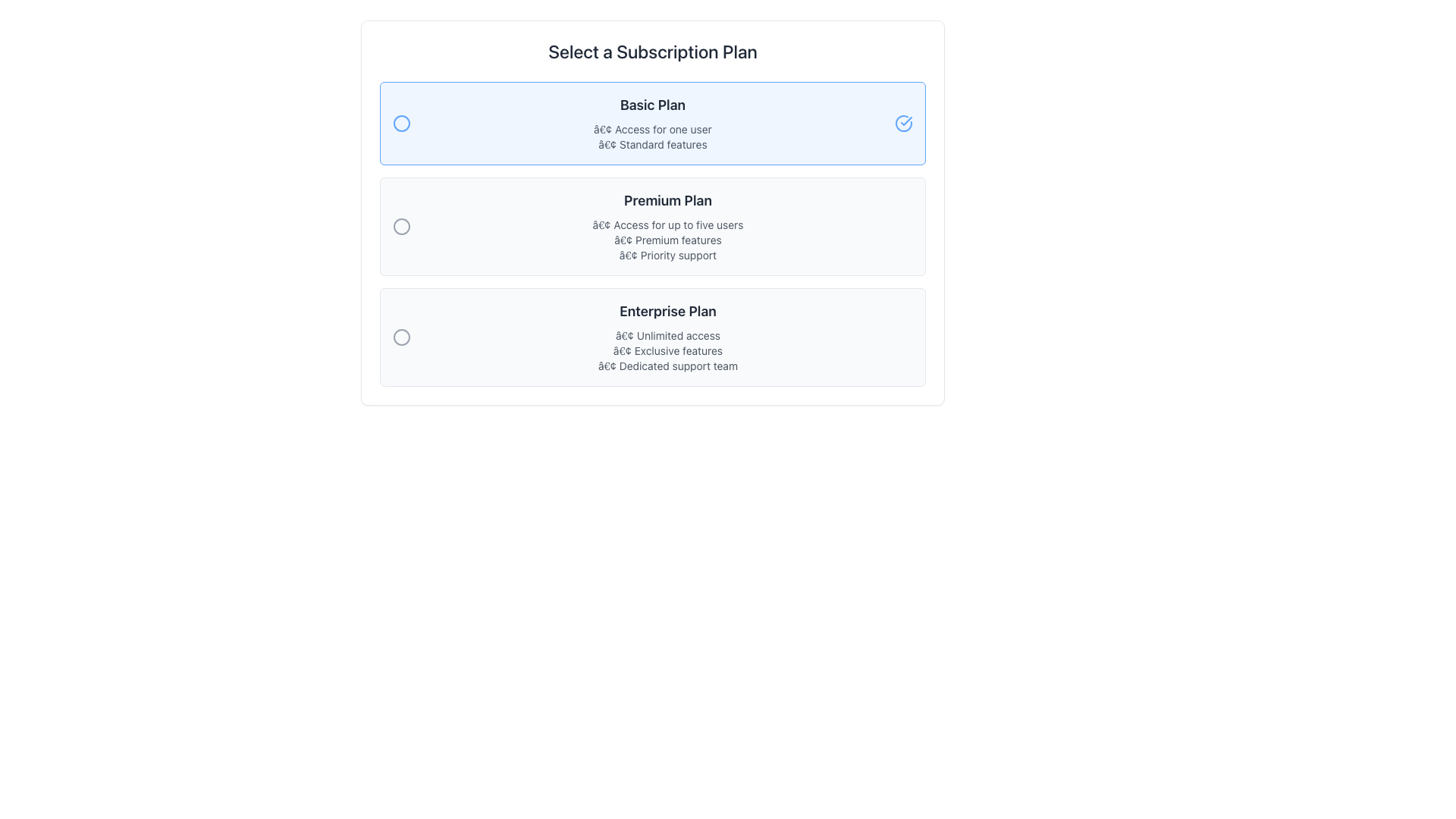 This screenshot has width=1456, height=819. Describe the element at coordinates (667, 350) in the screenshot. I see `the text label displaying '• Exclusive features', which is the second item in the list of plan benefits under the 'Enterprise Plan' option` at that location.